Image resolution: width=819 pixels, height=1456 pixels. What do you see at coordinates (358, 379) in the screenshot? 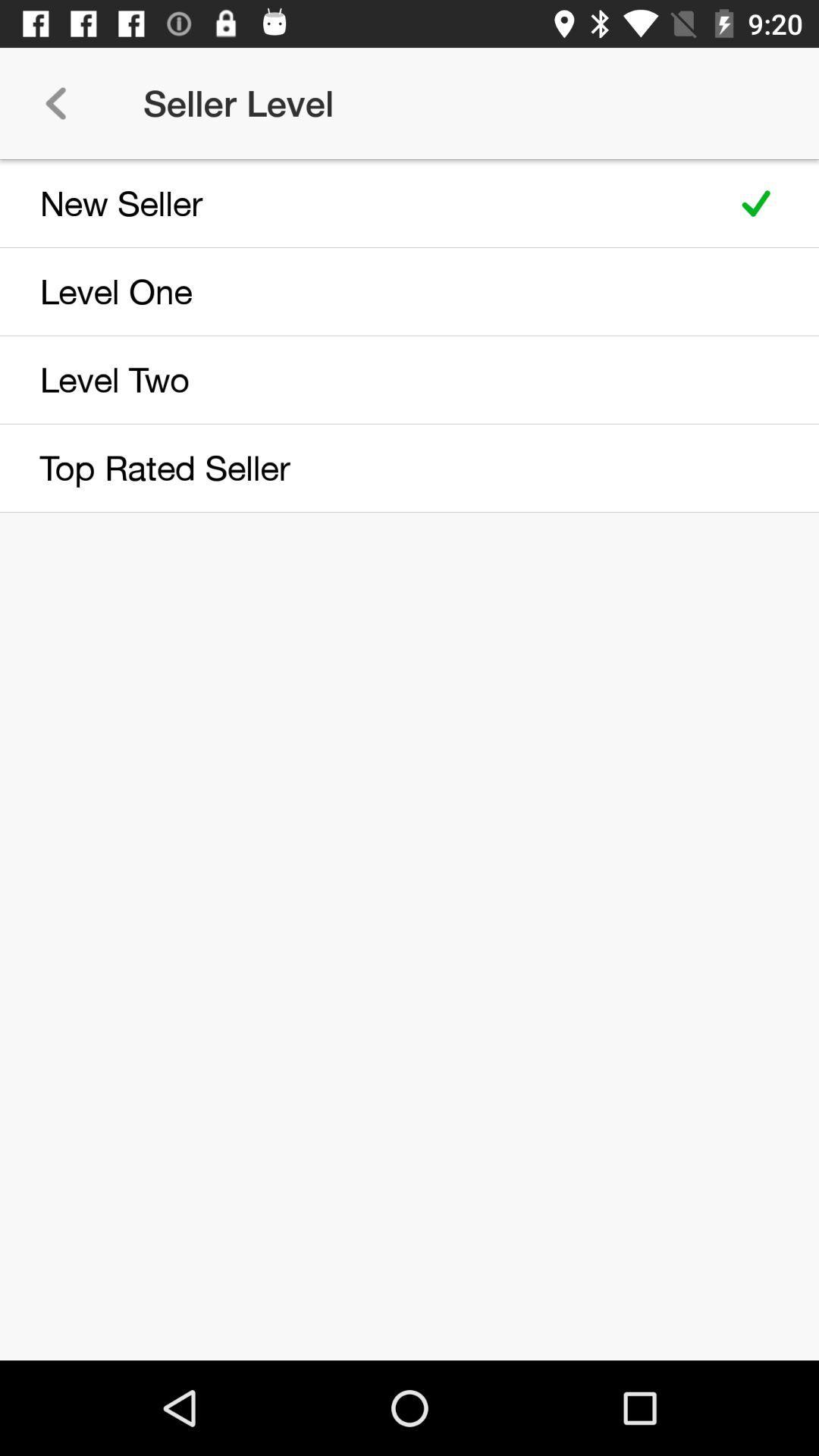
I see `the icon above top rated seller` at bounding box center [358, 379].